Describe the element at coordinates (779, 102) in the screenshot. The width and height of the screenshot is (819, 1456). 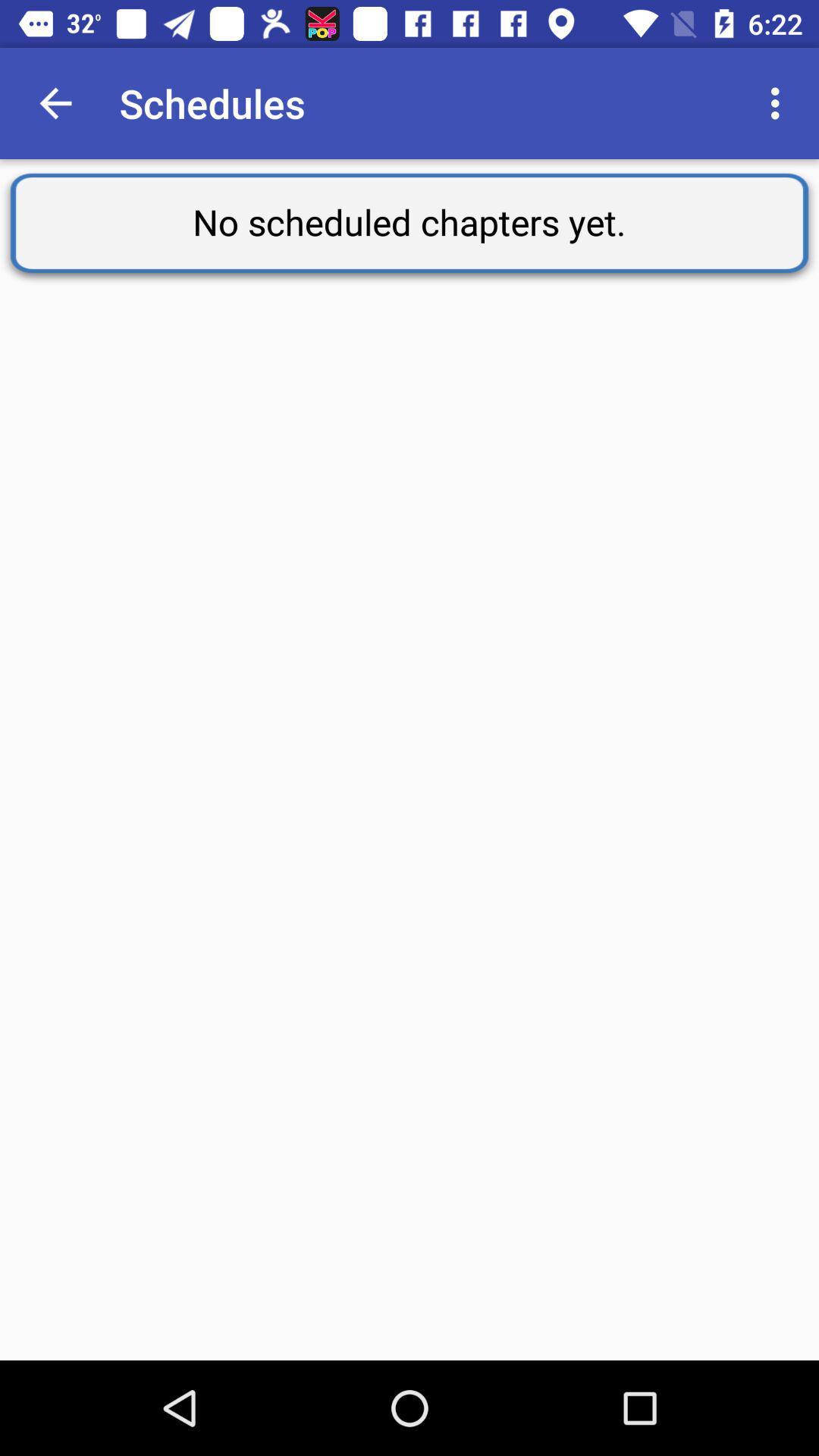
I see `the icon next to the schedules app` at that location.